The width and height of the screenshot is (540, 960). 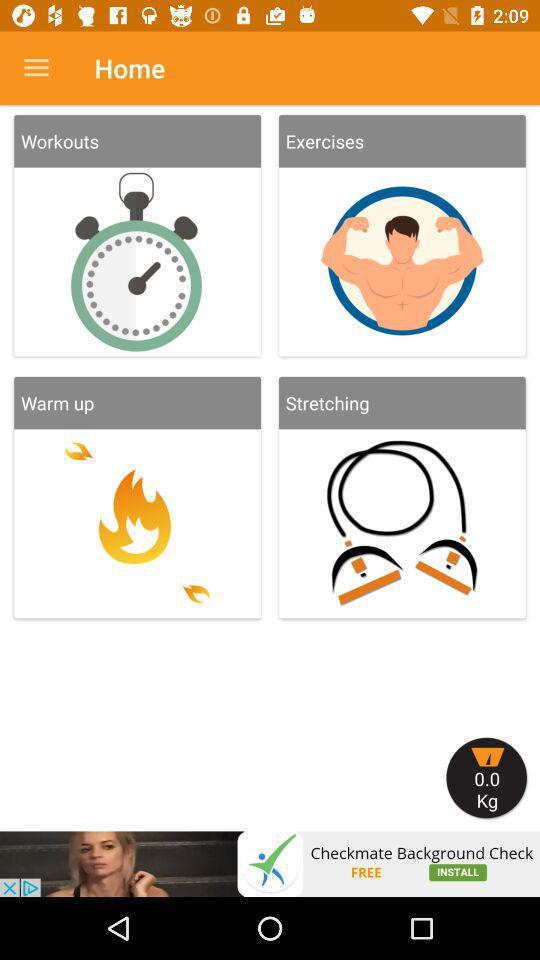 I want to click on kilo kram button, so click(x=486, y=777).